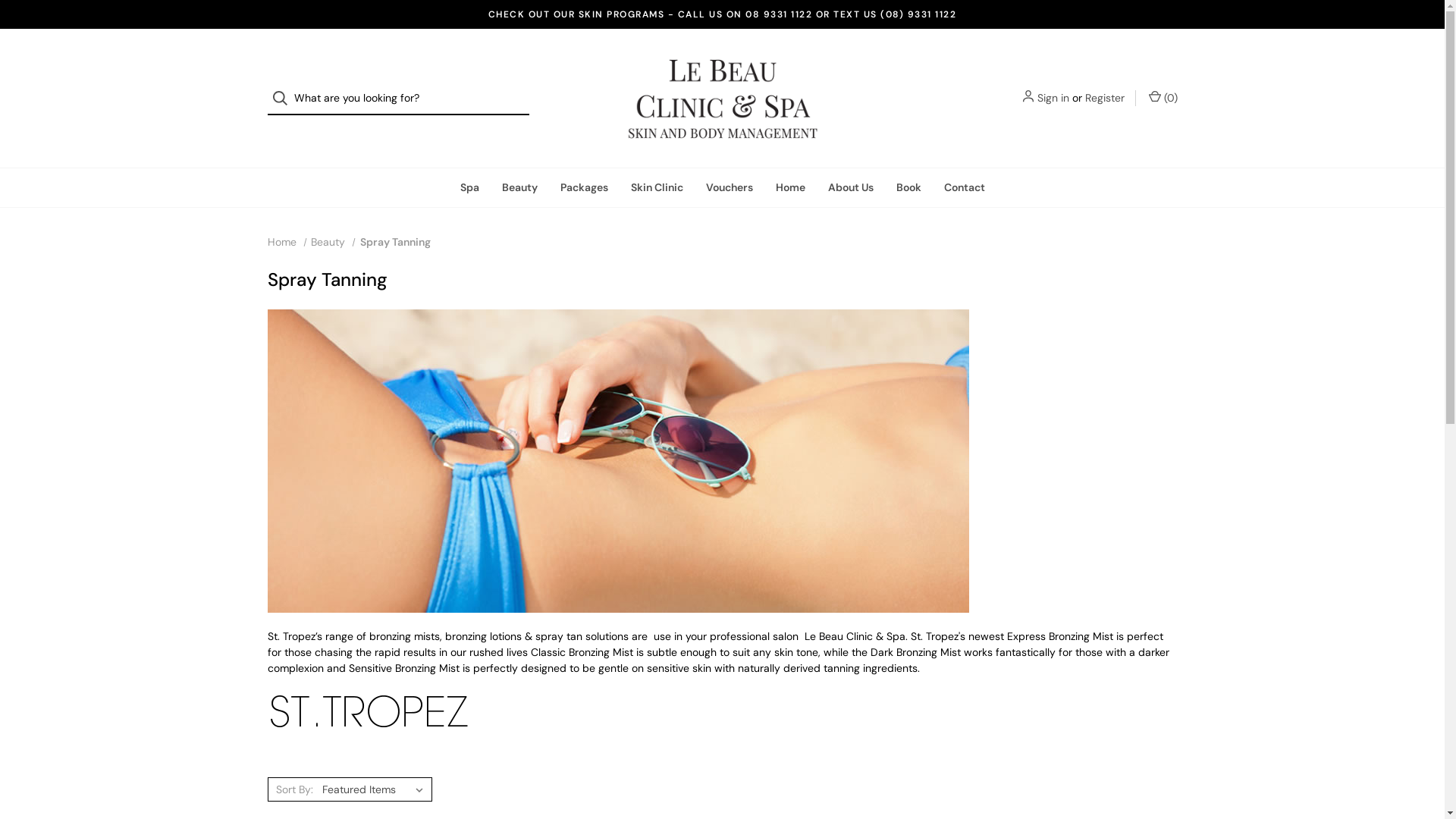 The height and width of the screenshot is (819, 1456). I want to click on 'Vouchers', so click(729, 187).